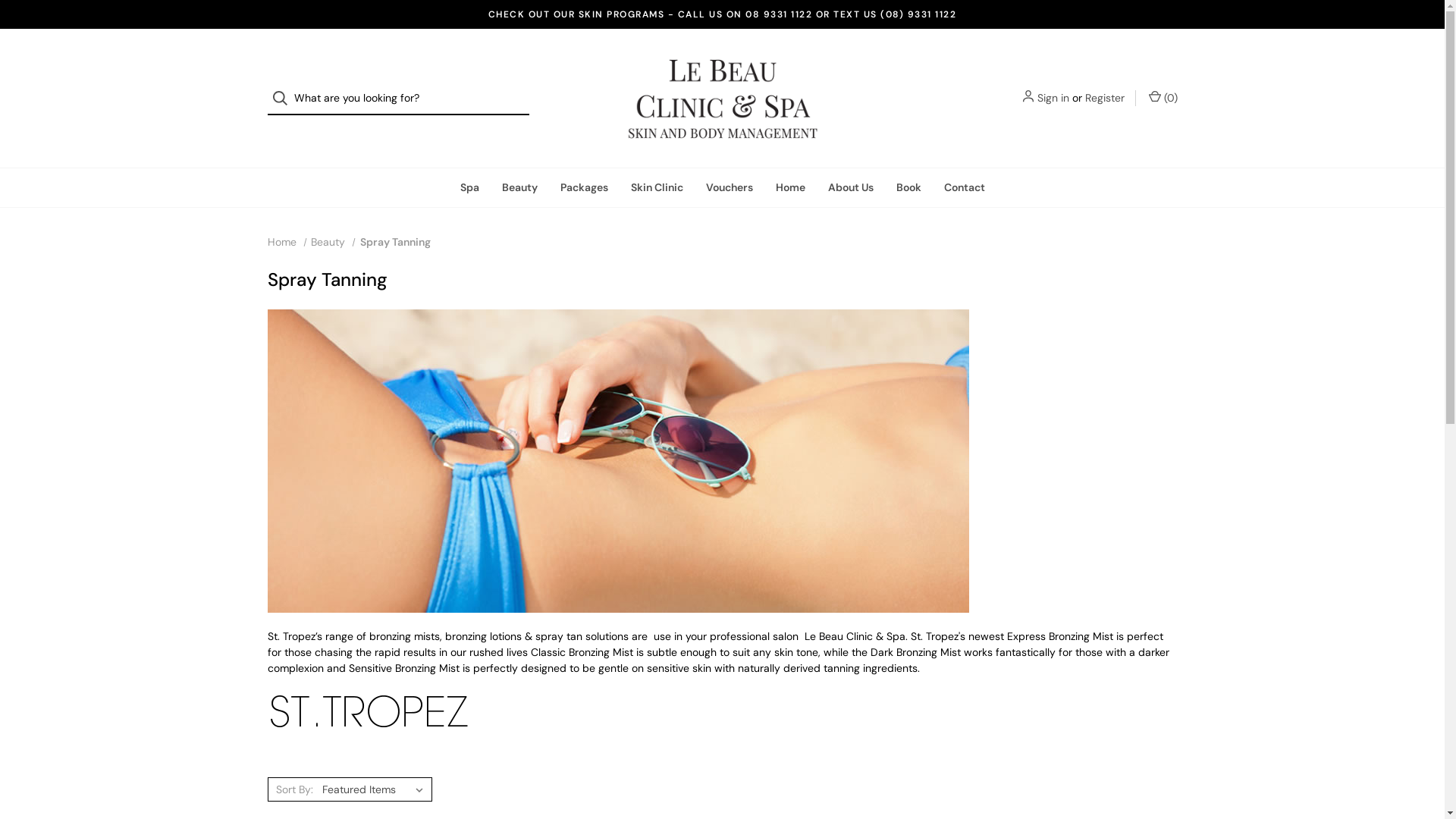 The height and width of the screenshot is (819, 1456). I want to click on 'Vouchers', so click(729, 187).